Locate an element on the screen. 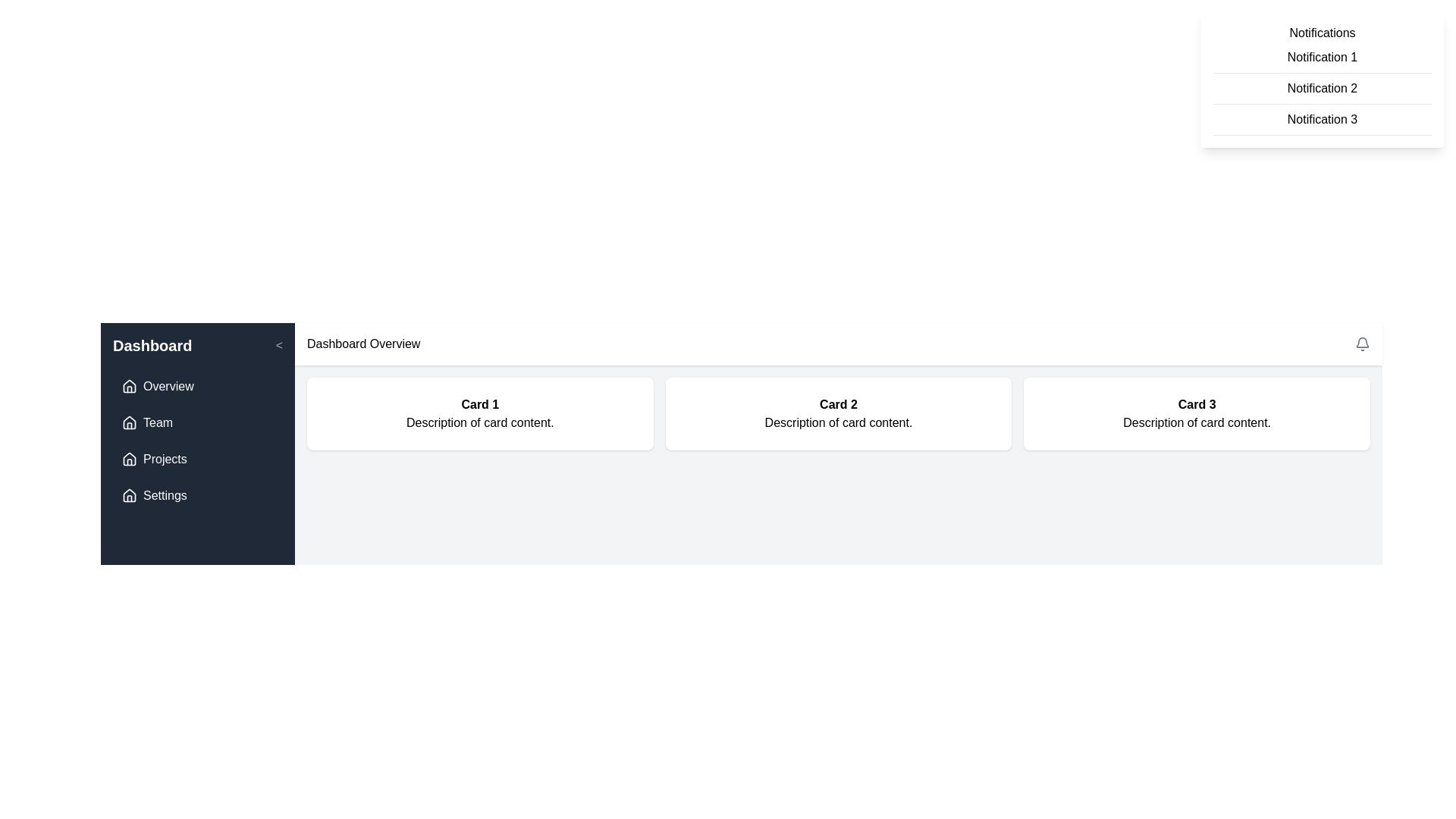  the text label displaying 'Description of card content' located beneath 'Card 3' in the card layout is located at coordinates (1196, 423).